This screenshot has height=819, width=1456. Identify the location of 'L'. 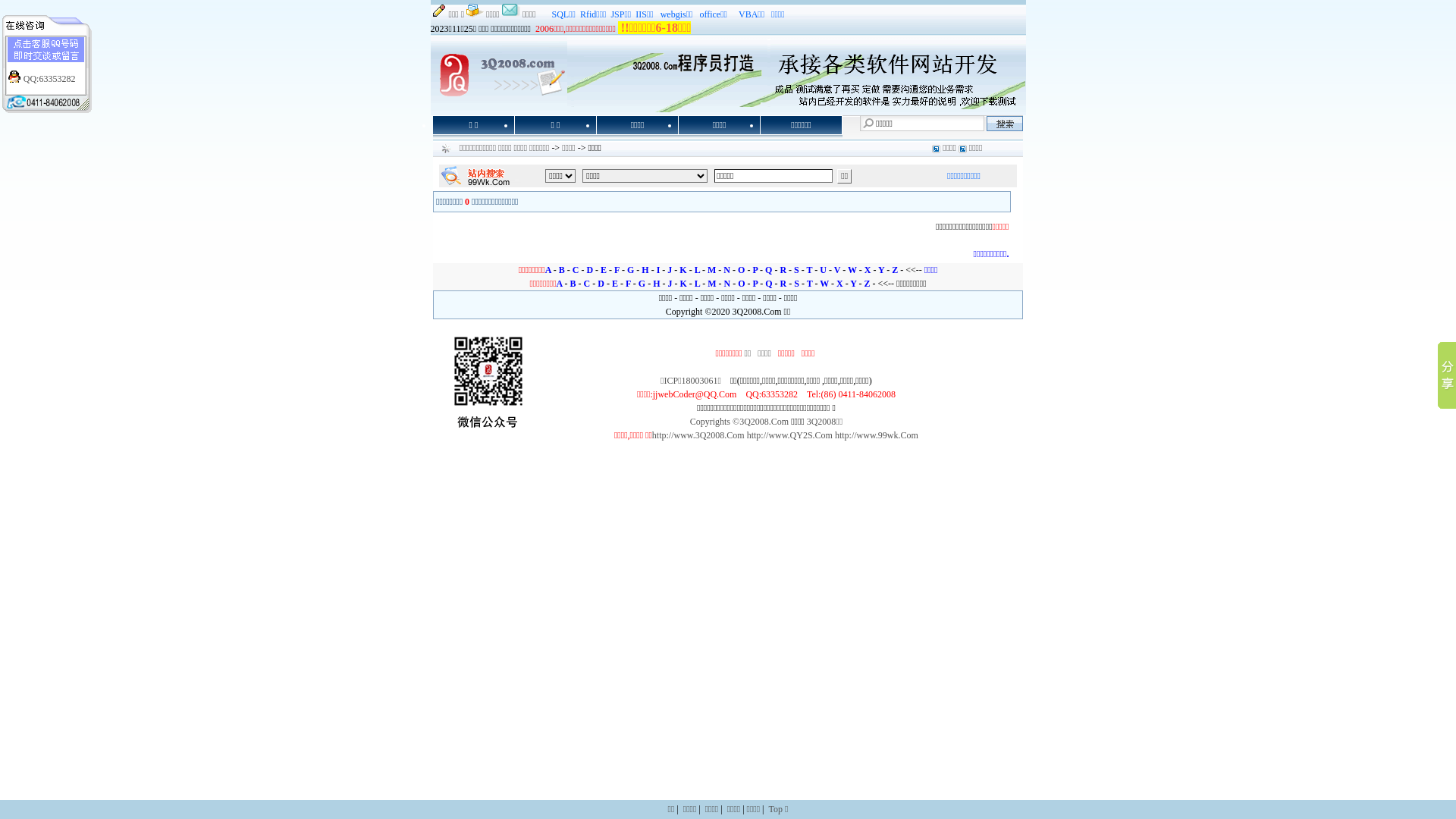
(696, 284).